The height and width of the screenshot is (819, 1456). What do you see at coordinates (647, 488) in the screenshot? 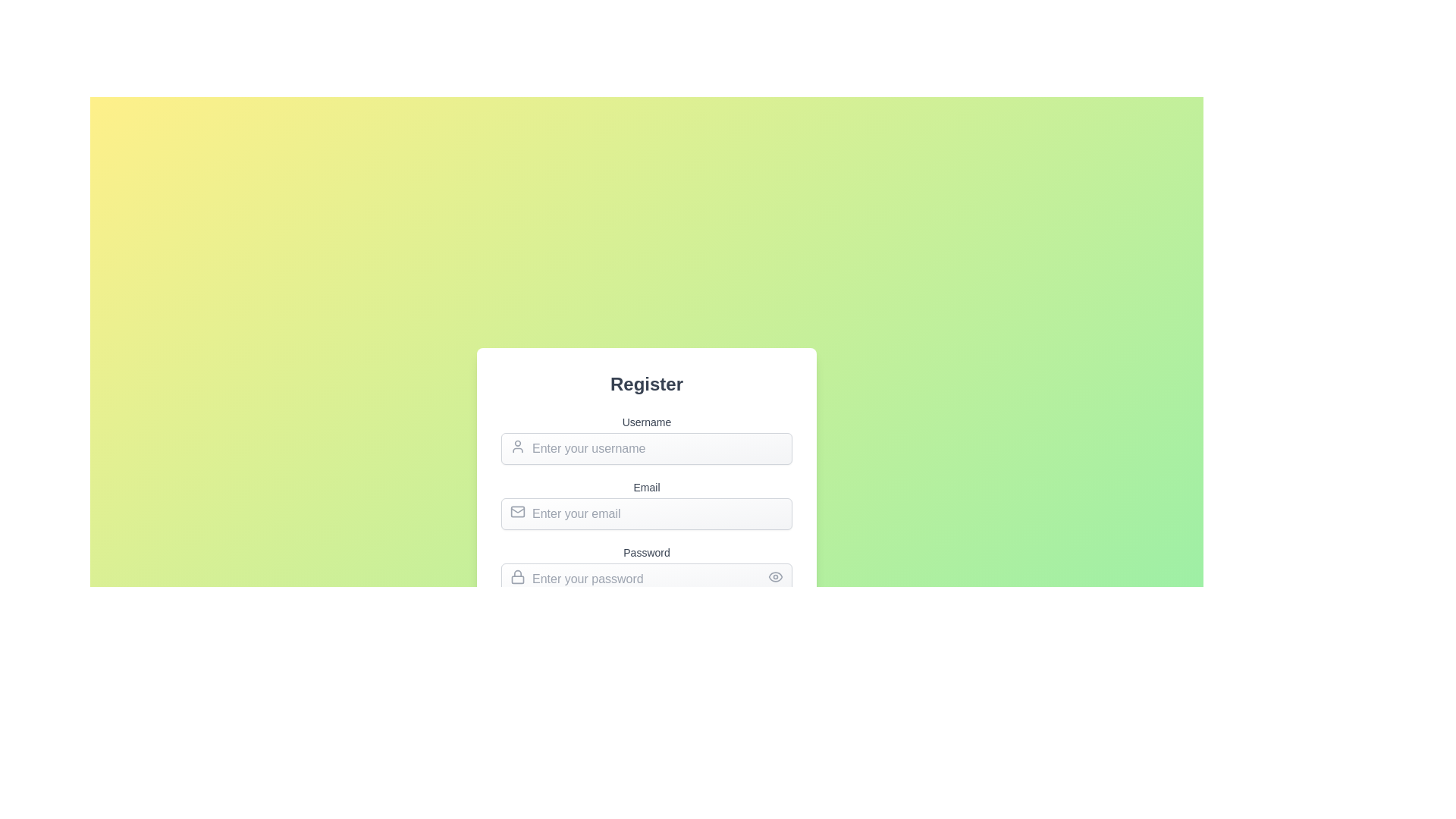
I see `the 'Email' text label, which is styled in gray and positioned above the email input field in the form` at bounding box center [647, 488].